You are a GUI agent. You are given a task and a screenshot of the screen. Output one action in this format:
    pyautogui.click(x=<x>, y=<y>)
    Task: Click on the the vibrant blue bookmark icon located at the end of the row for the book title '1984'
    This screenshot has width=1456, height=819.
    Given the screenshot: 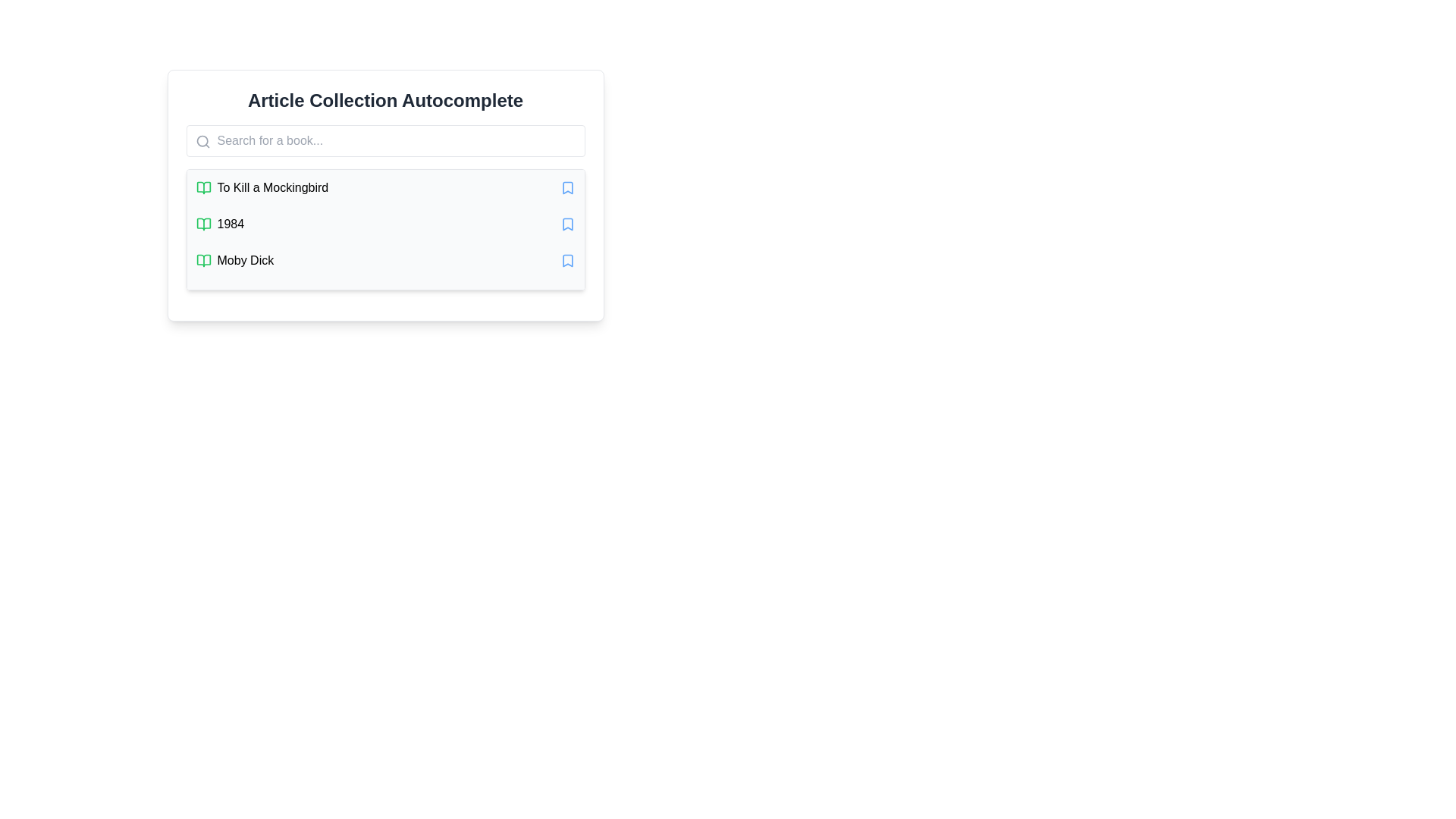 What is the action you would take?
    pyautogui.click(x=566, y=224)
    